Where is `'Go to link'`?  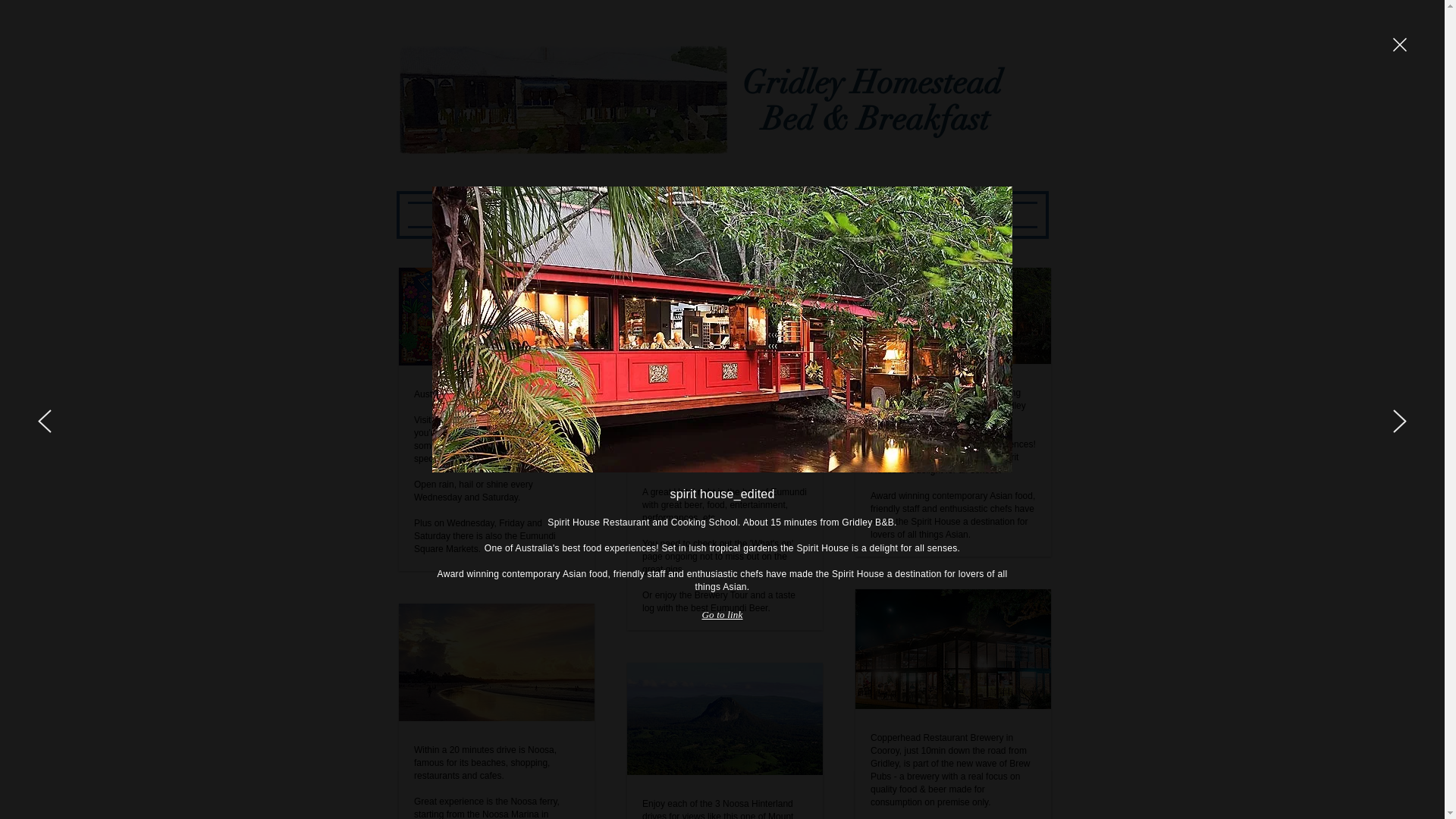
'Go to link' is located at coordinates (721, 614).